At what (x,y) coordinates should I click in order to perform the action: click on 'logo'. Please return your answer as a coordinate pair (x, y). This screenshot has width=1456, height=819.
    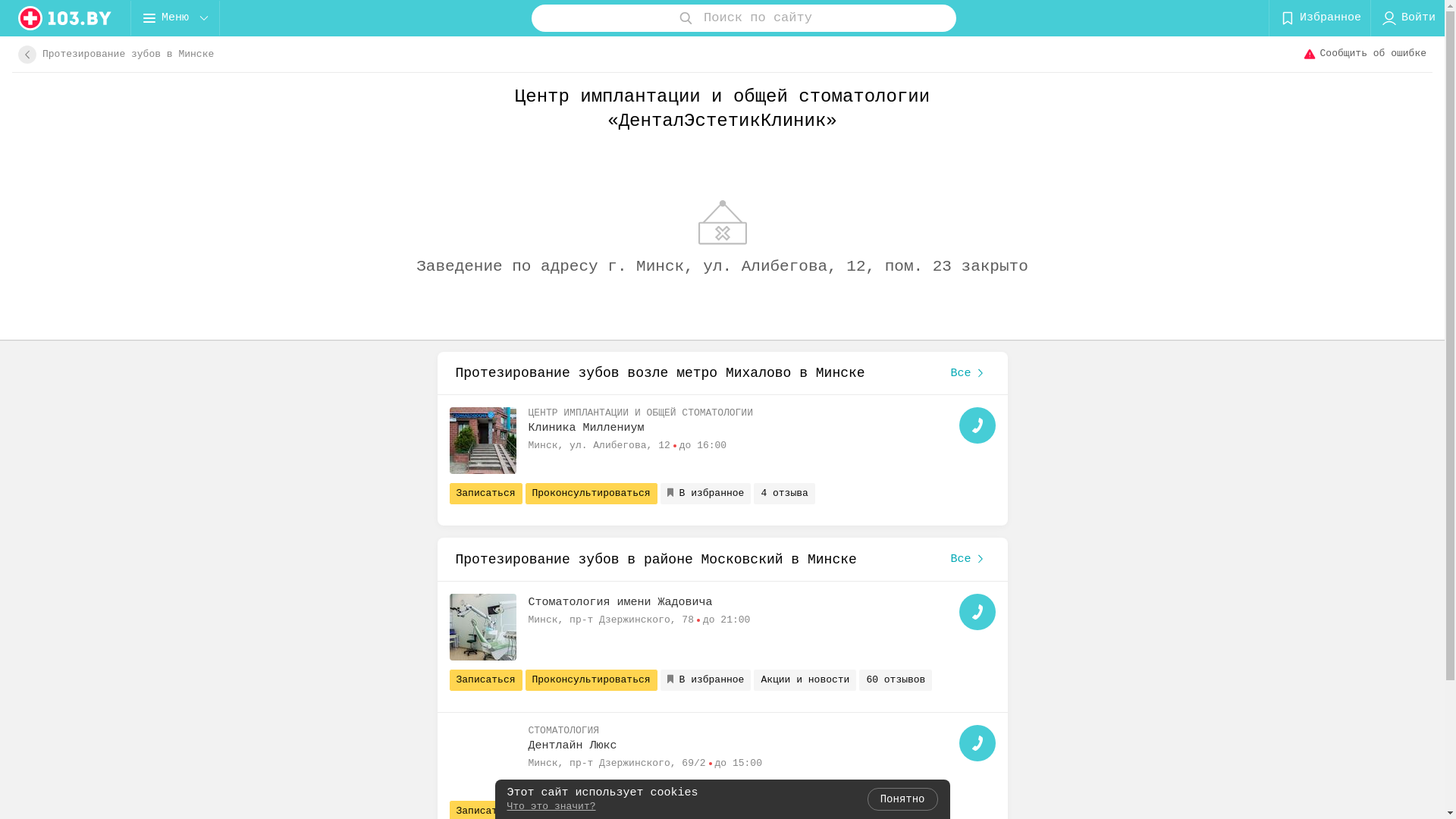
    Looking at the image, I should click on (18, 17).